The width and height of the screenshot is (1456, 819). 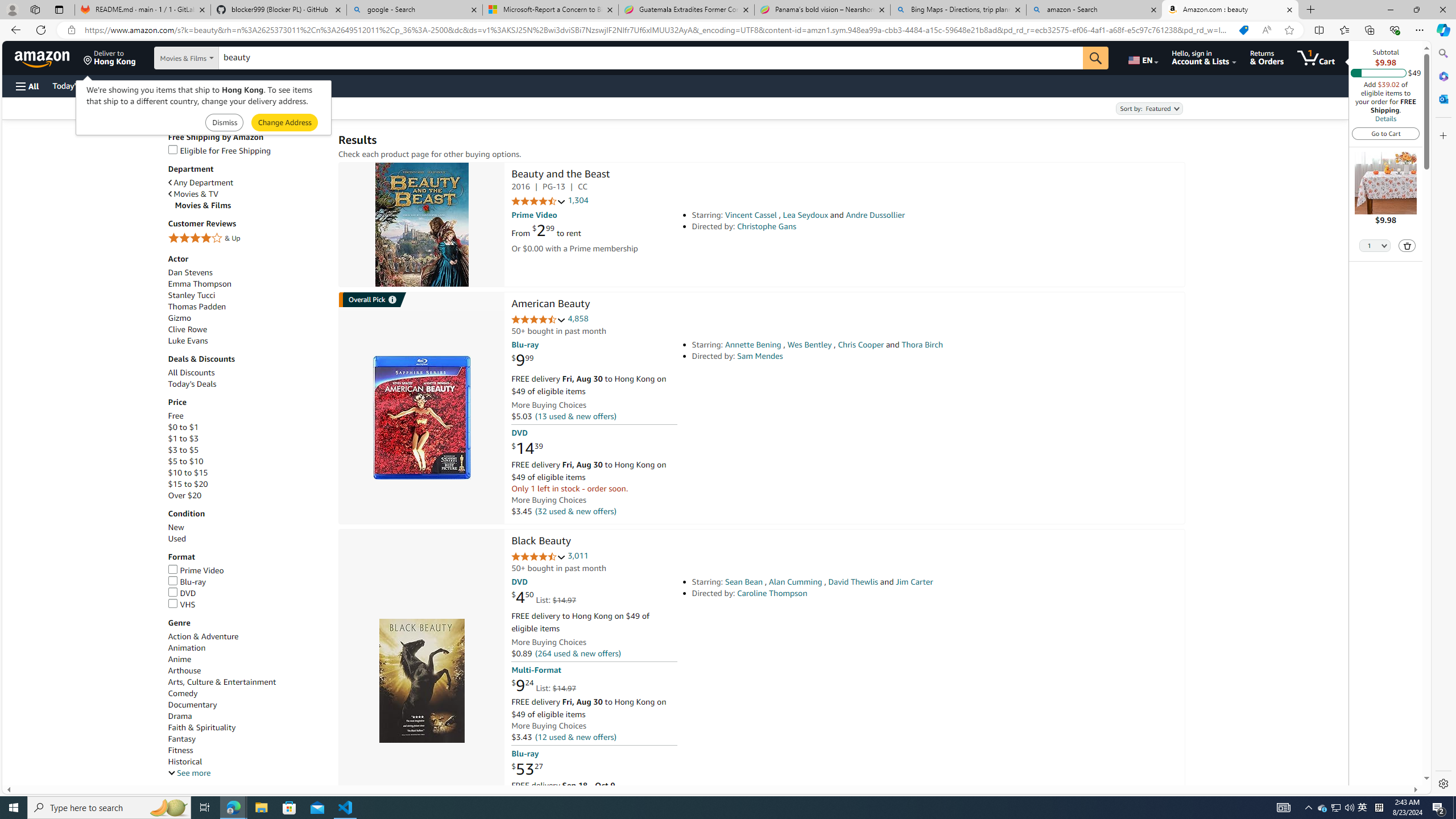 I want to click on 'Sean Bean', so click(x=744, y=581).